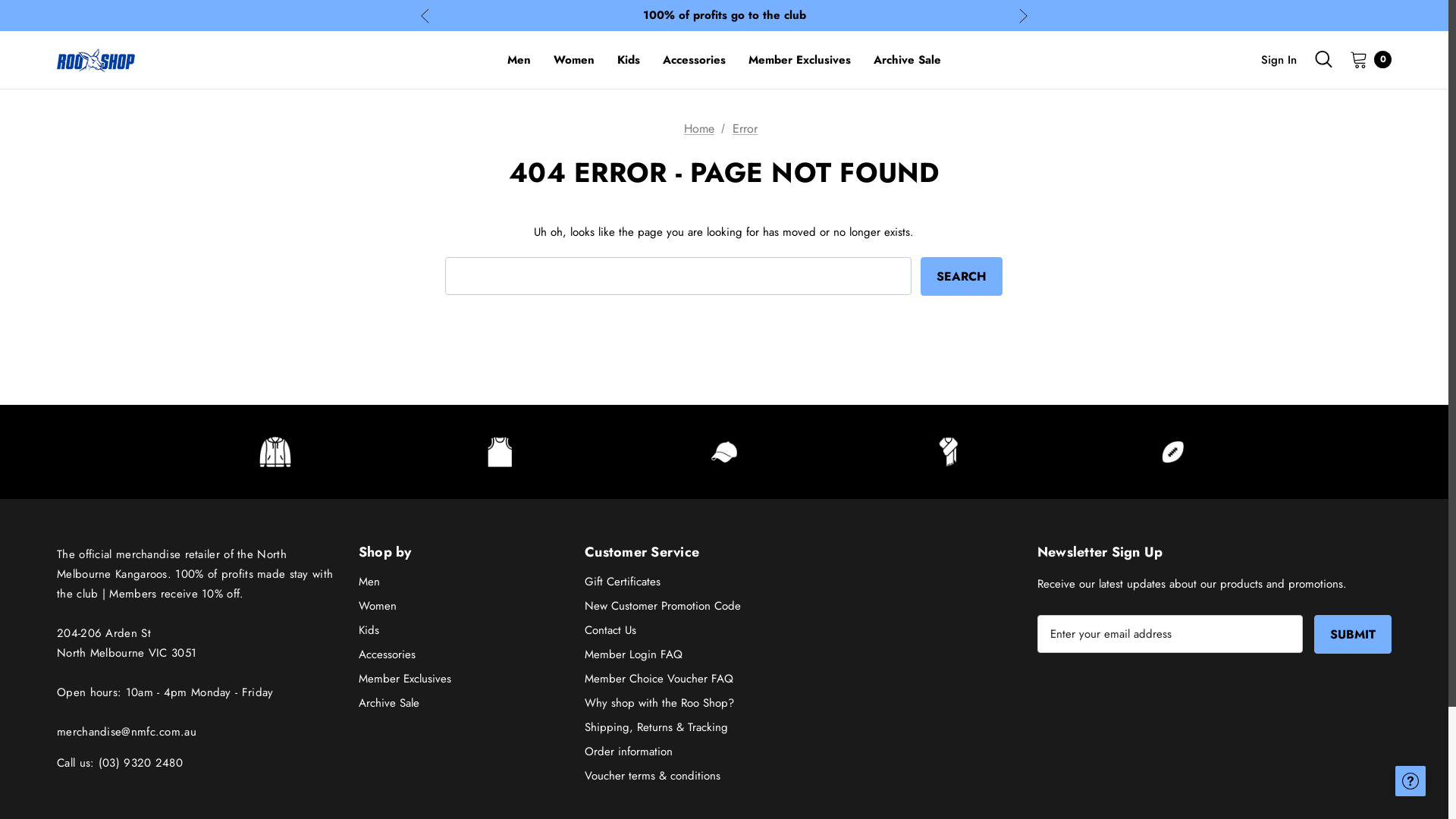 This screenshot has height=819, width=1456. What do you see at coordinates (1252, 58) in the screenshot?
I see `'Sign In'` at bounding box center [1252, 58].